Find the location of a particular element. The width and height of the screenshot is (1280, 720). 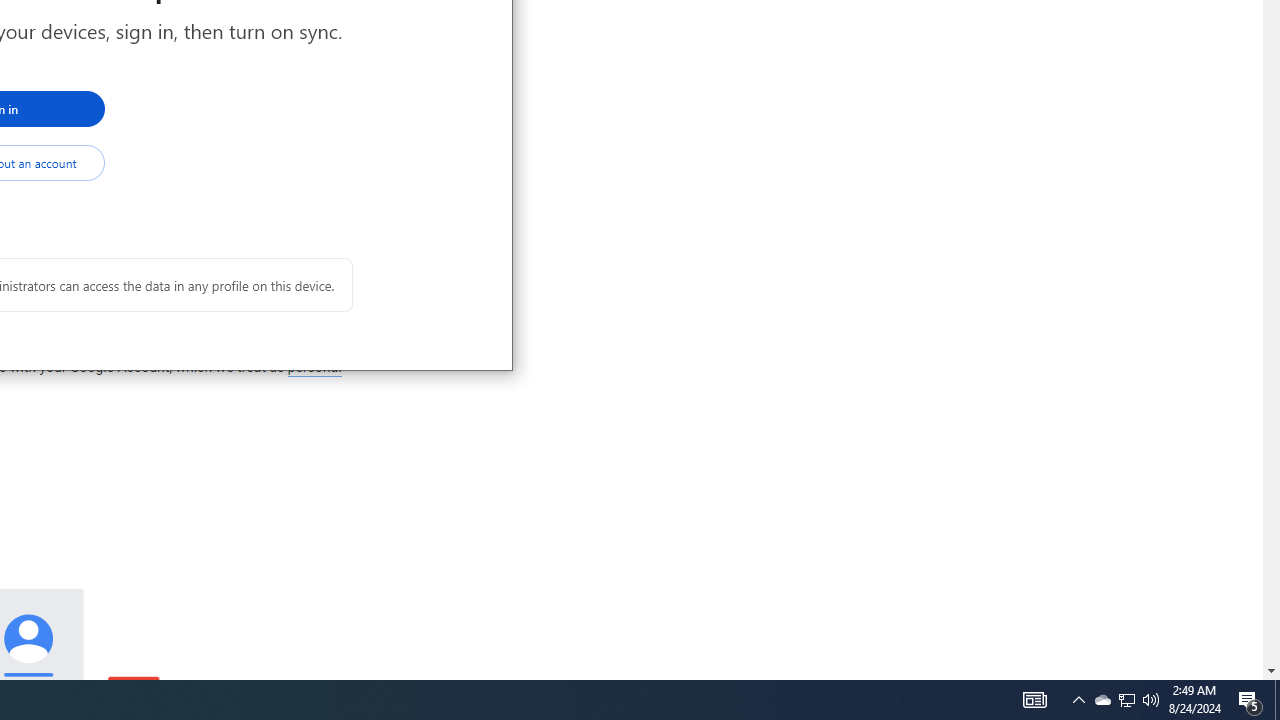

'Show desktop' is located at coordinates (1276, 698).